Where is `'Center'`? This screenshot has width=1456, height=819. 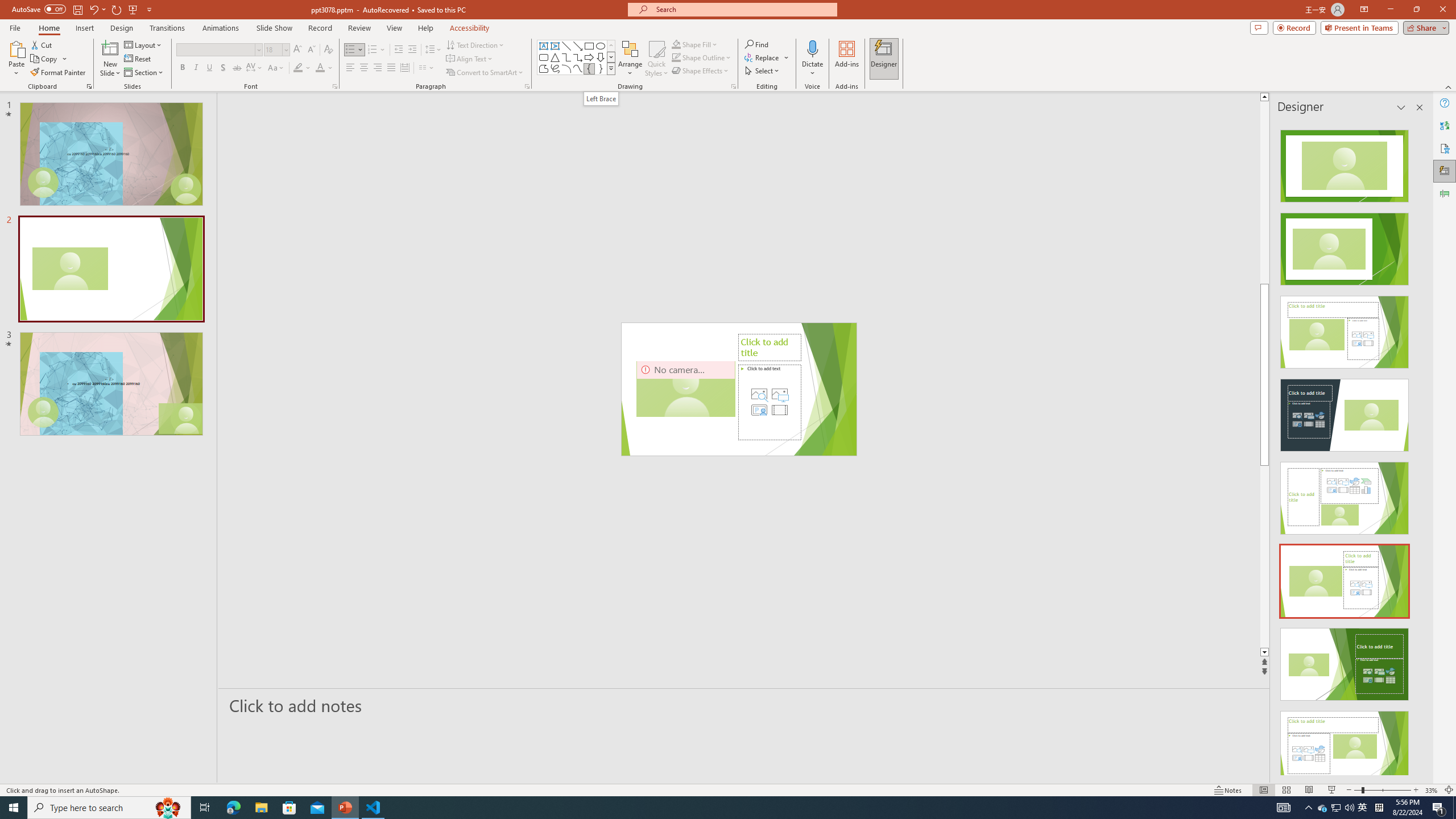
'Center' is located at coordinates (364, 67).